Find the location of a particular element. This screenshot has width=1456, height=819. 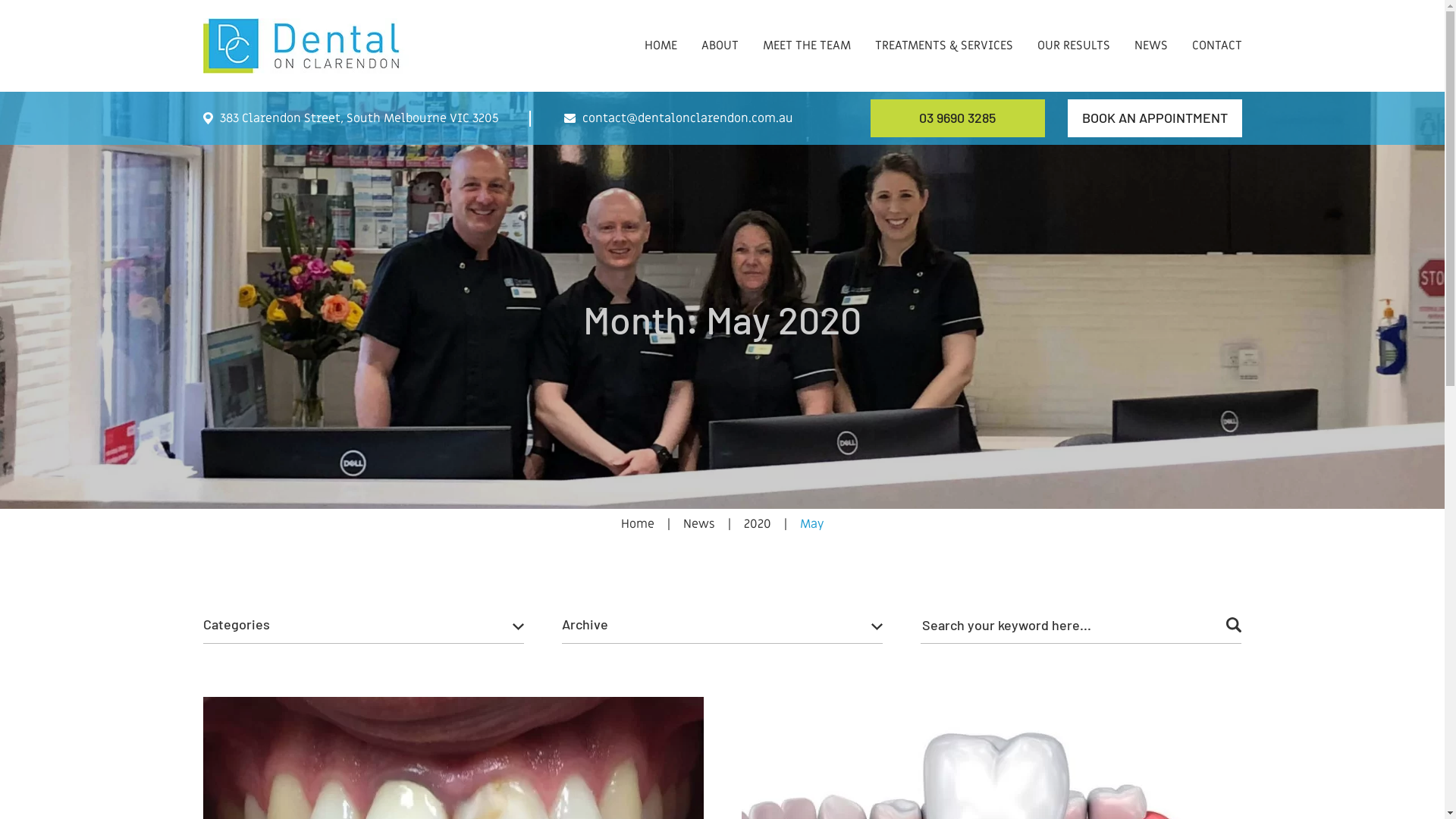

'03 9690 3285' is located at coordinates (956, 117).